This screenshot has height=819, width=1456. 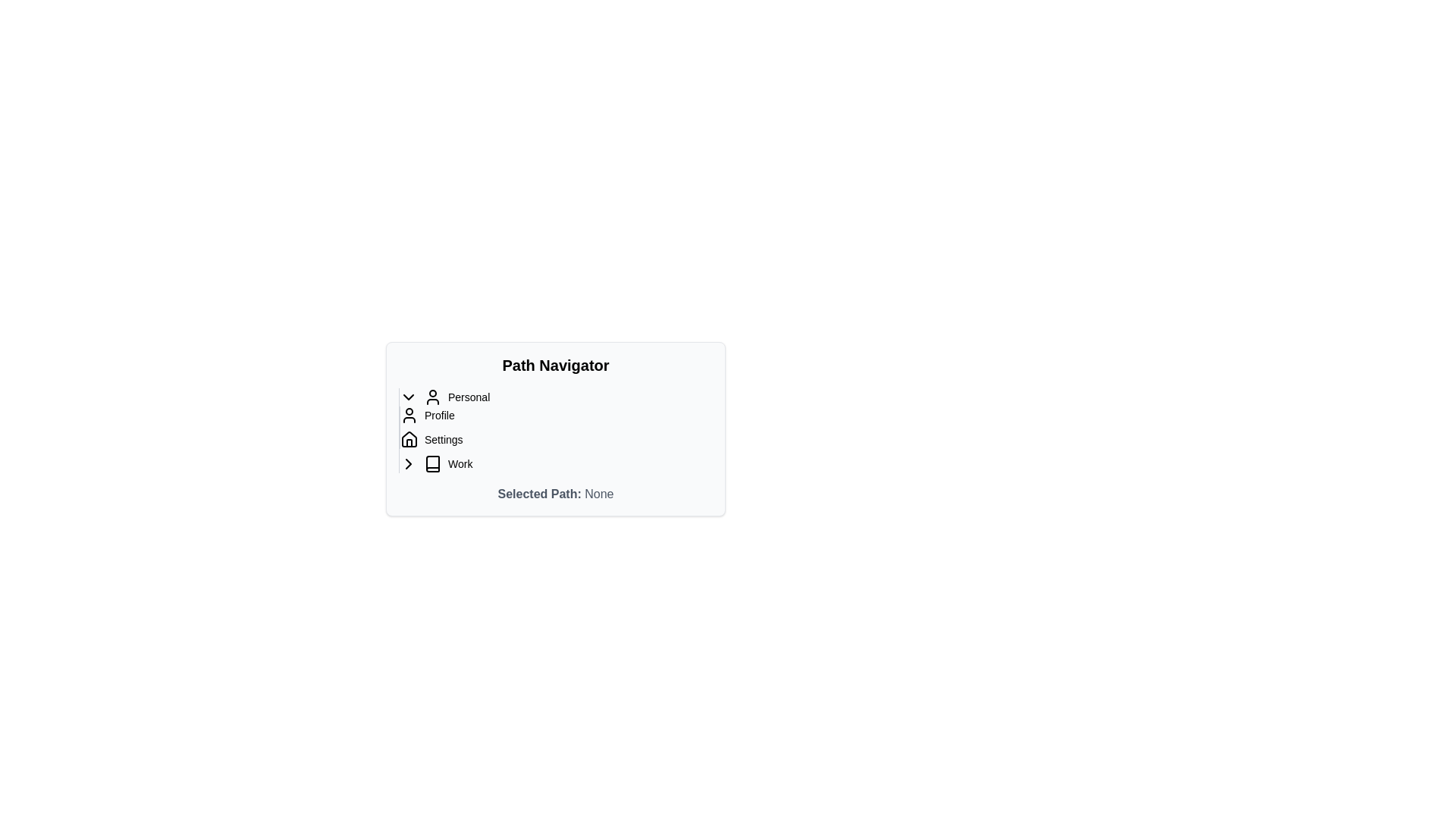 What do you see at coordinates (432, 397) in the screenshot?
I see `the 'Personal' icon` at bounding box center [432, 397].